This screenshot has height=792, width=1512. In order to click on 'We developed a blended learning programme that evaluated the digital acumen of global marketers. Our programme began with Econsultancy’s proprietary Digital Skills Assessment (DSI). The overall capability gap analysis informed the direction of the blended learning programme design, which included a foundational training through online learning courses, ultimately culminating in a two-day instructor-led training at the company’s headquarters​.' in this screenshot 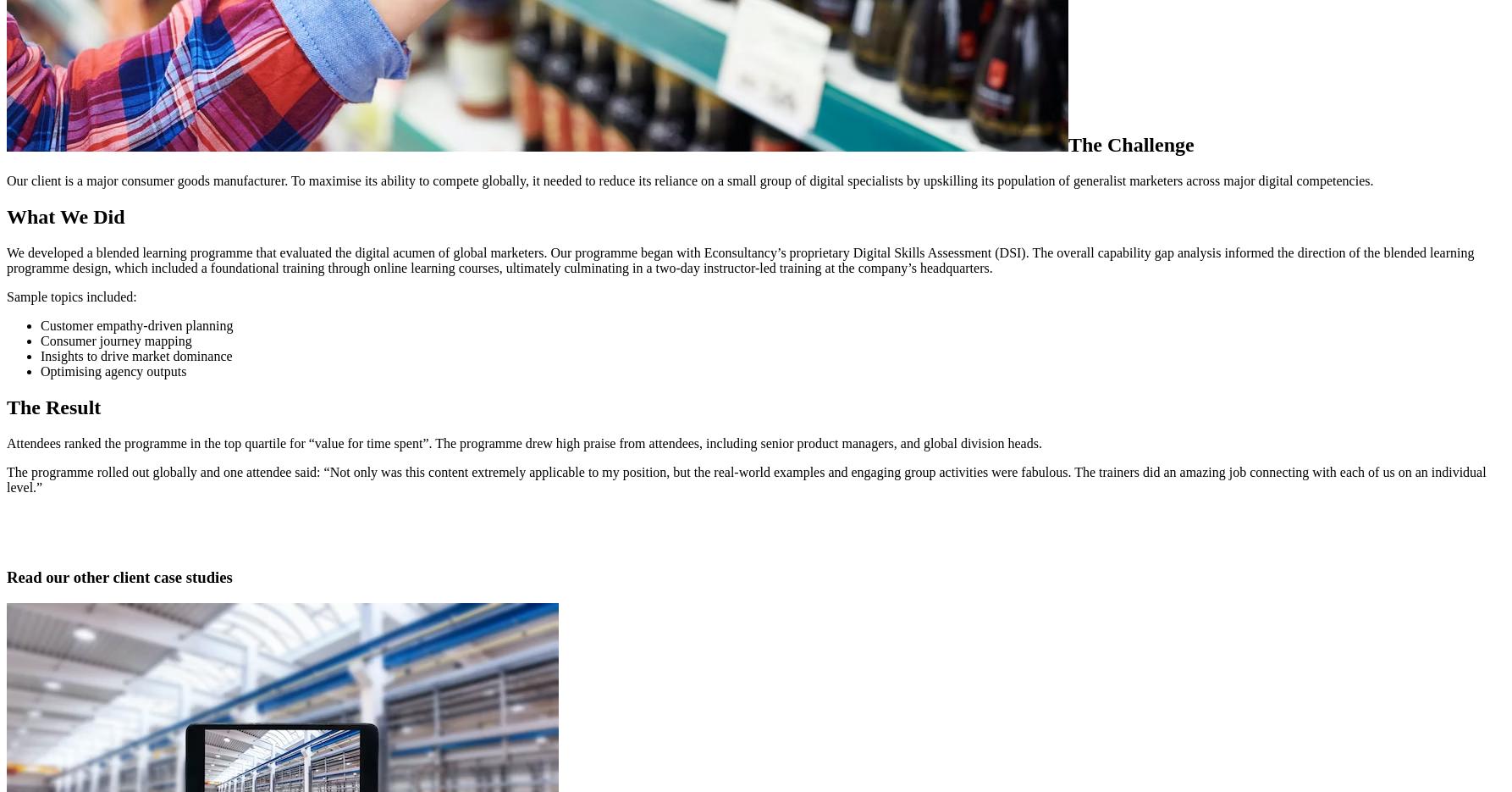, I will do `click(7, 259)`.